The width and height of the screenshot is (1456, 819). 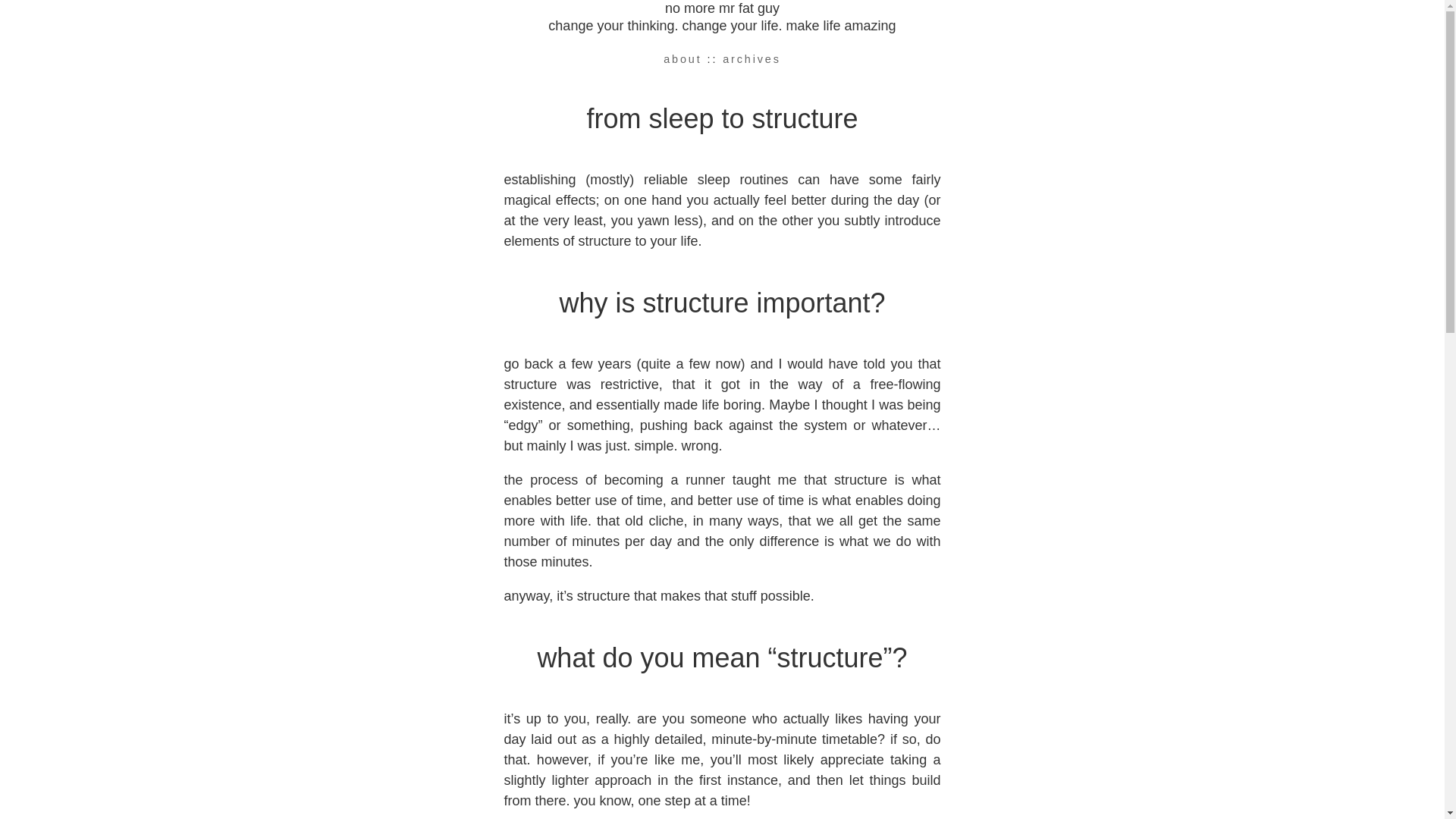 What do you see at coordinates (663, 58) in the screenshot?
I see `'about'` at bounding box center [663, 58].